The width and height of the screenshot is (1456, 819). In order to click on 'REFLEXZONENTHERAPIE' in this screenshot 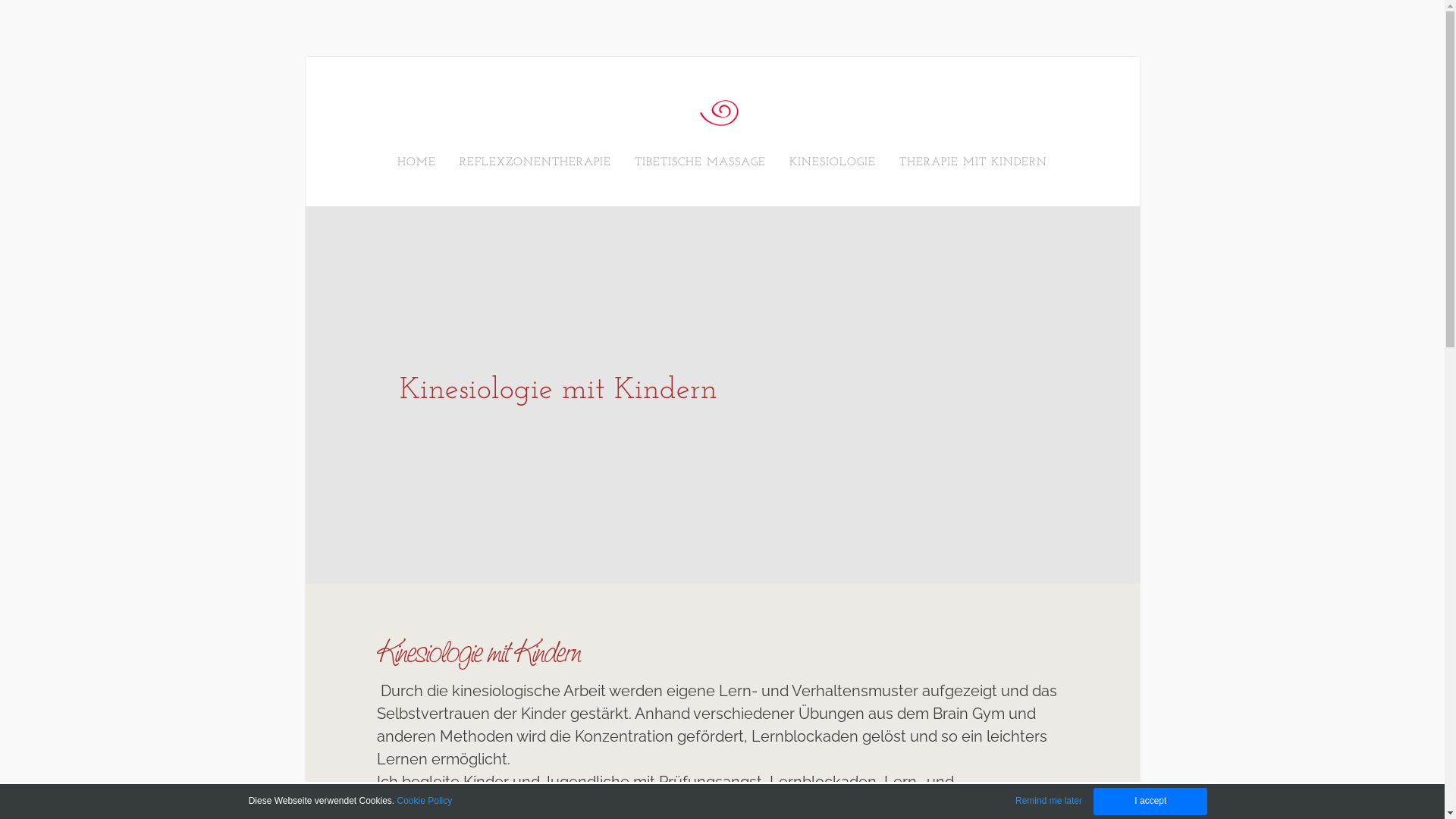, I will do `click(535, 162)`.